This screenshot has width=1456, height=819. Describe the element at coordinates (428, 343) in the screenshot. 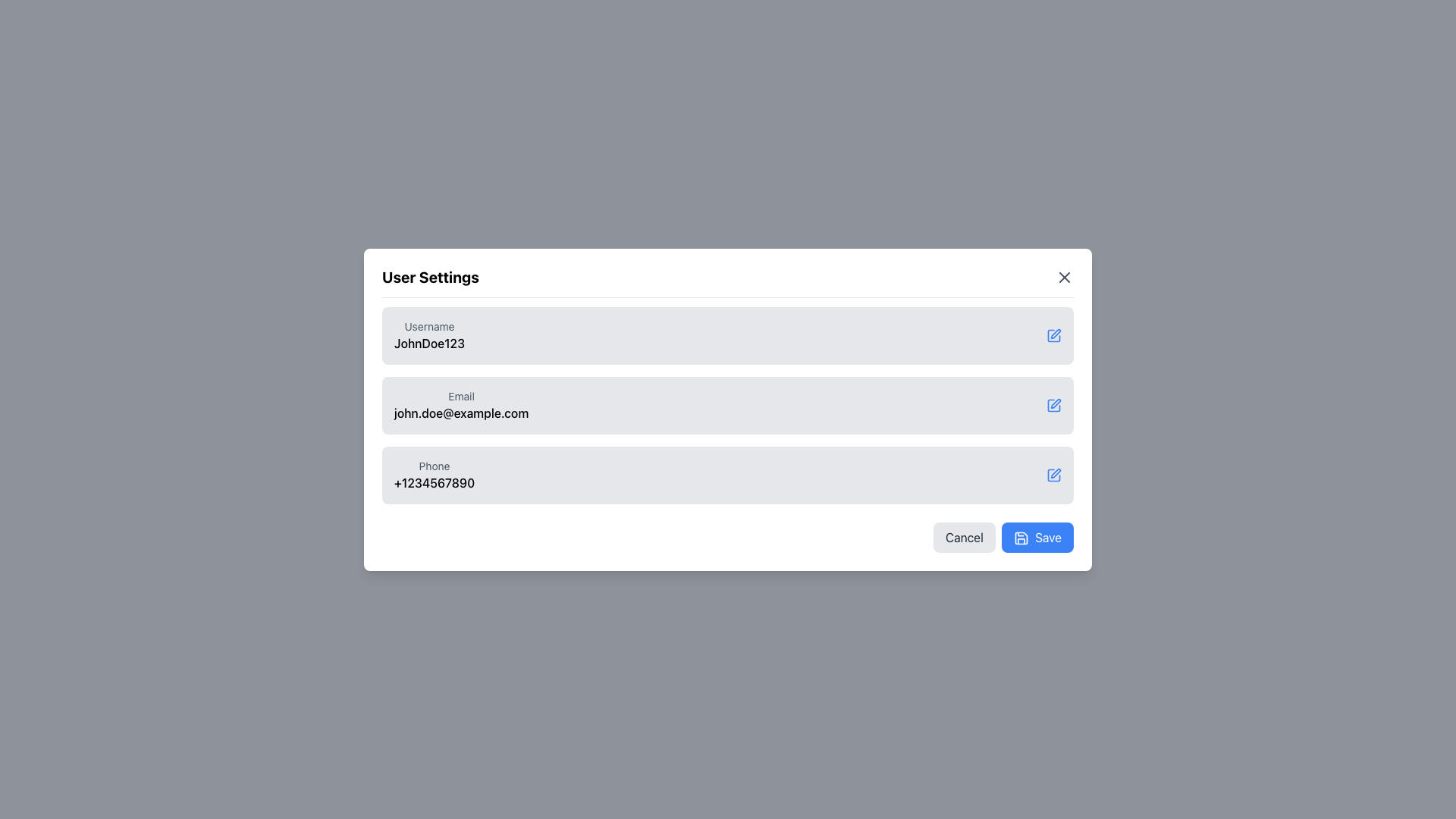

I see `the non-editable Text label displaying the username associated with the user's account, located beneath the 'Username' label in the user settings dialog box` at that location.